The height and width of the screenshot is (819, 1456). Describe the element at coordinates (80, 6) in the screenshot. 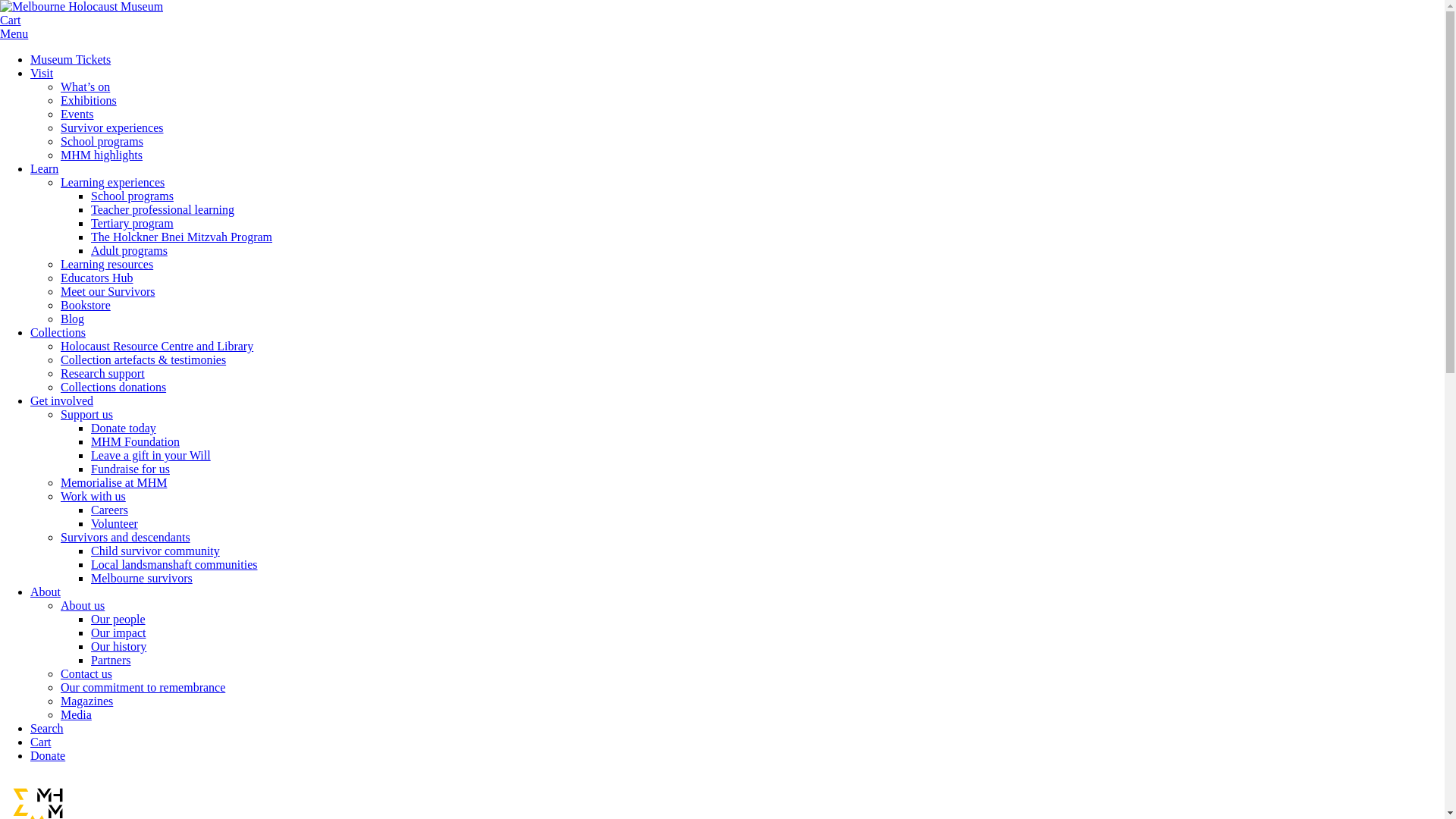

I see `'Melbourne Holocaust Museum'` at that location.